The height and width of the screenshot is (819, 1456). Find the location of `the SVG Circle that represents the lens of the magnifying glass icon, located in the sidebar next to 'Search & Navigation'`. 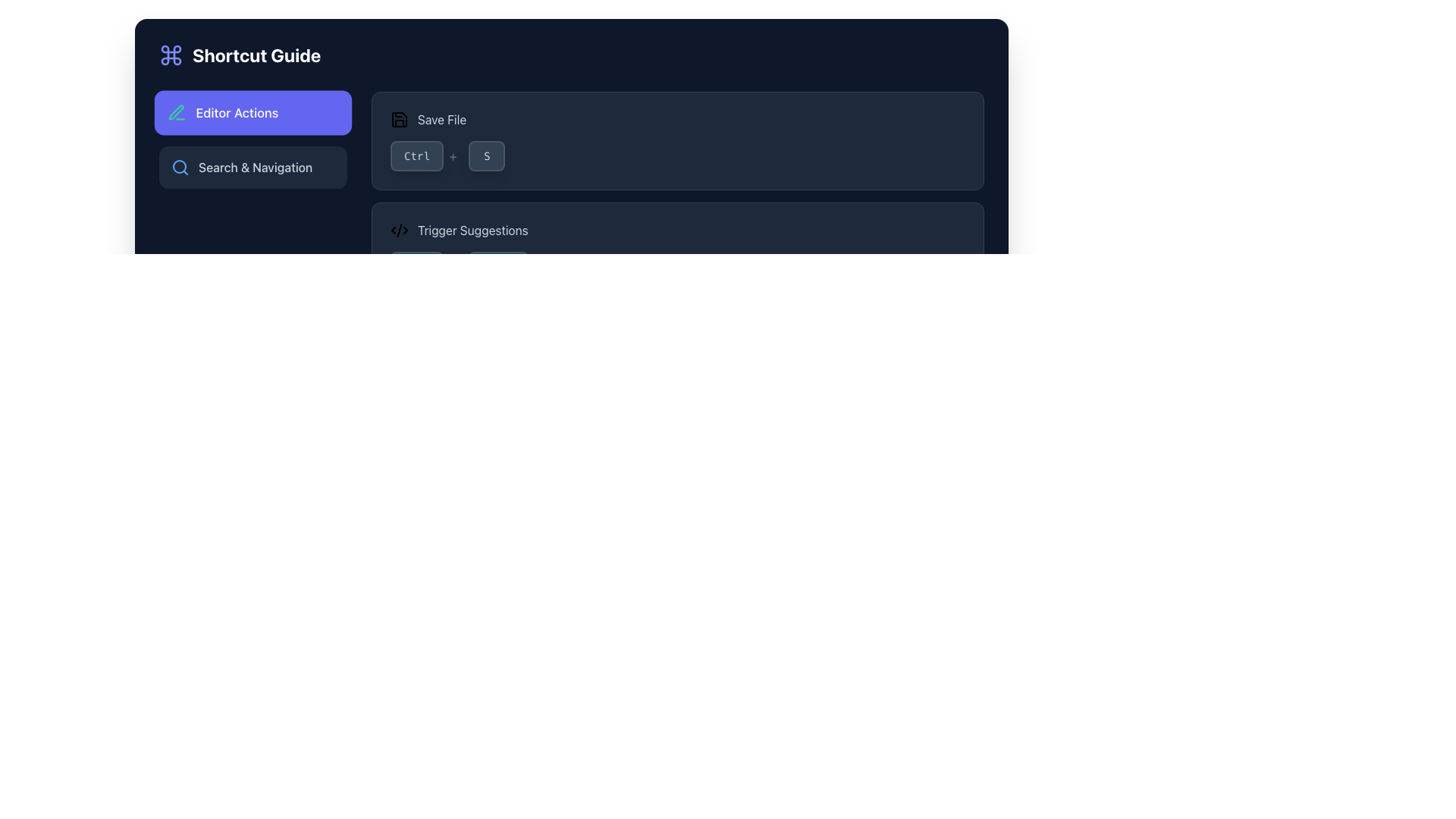

the SVG Circle that represents the lens of the magnifying glass icon, located in the sidebar next to 'Search & Navigation' is located at coordinates (179, 166).